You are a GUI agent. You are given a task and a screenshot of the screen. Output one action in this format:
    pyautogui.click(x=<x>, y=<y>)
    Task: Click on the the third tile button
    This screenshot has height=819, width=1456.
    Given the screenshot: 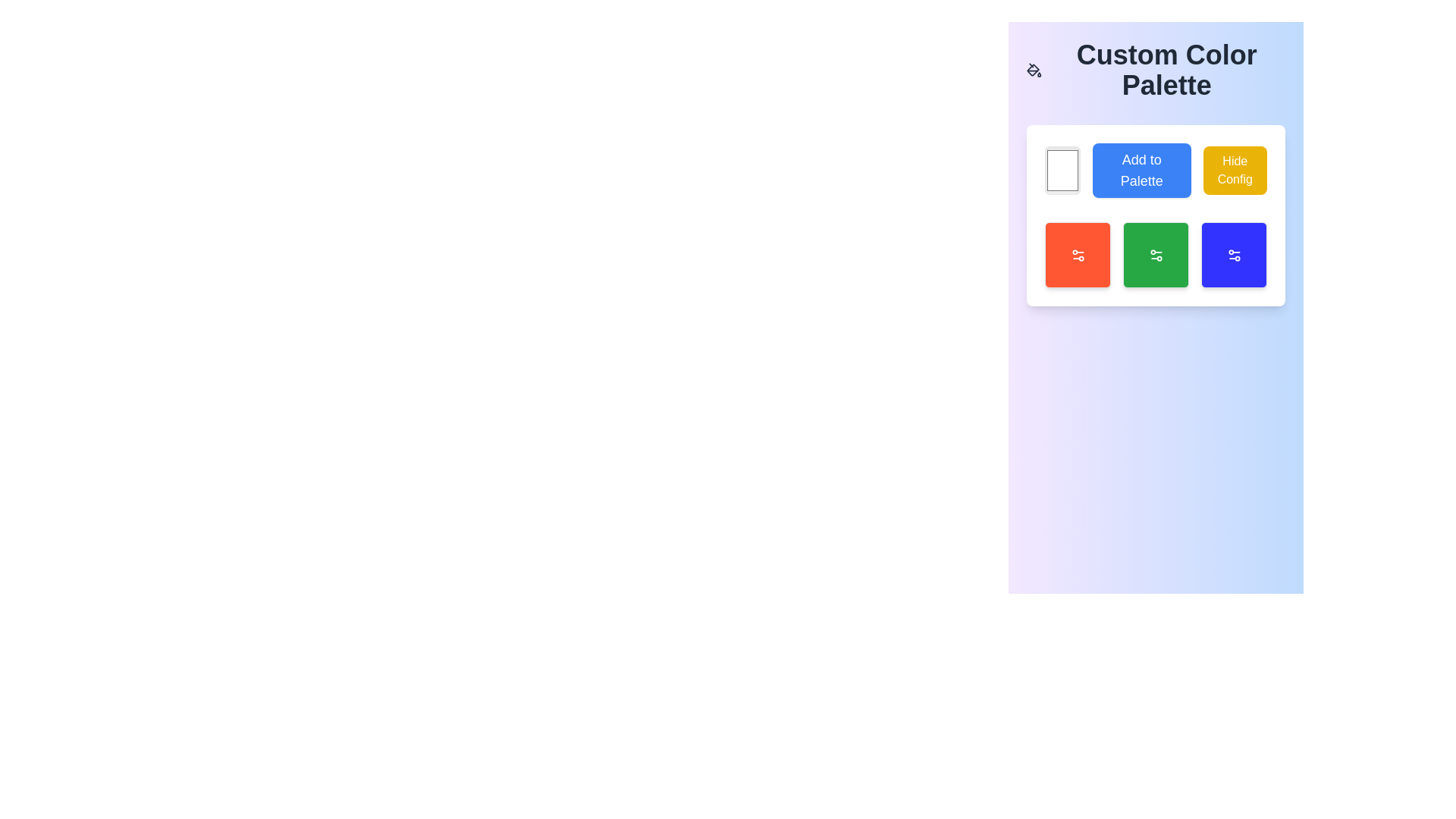 What is the action you would take?
    pyautogui.click(x=1234, y=254)
    